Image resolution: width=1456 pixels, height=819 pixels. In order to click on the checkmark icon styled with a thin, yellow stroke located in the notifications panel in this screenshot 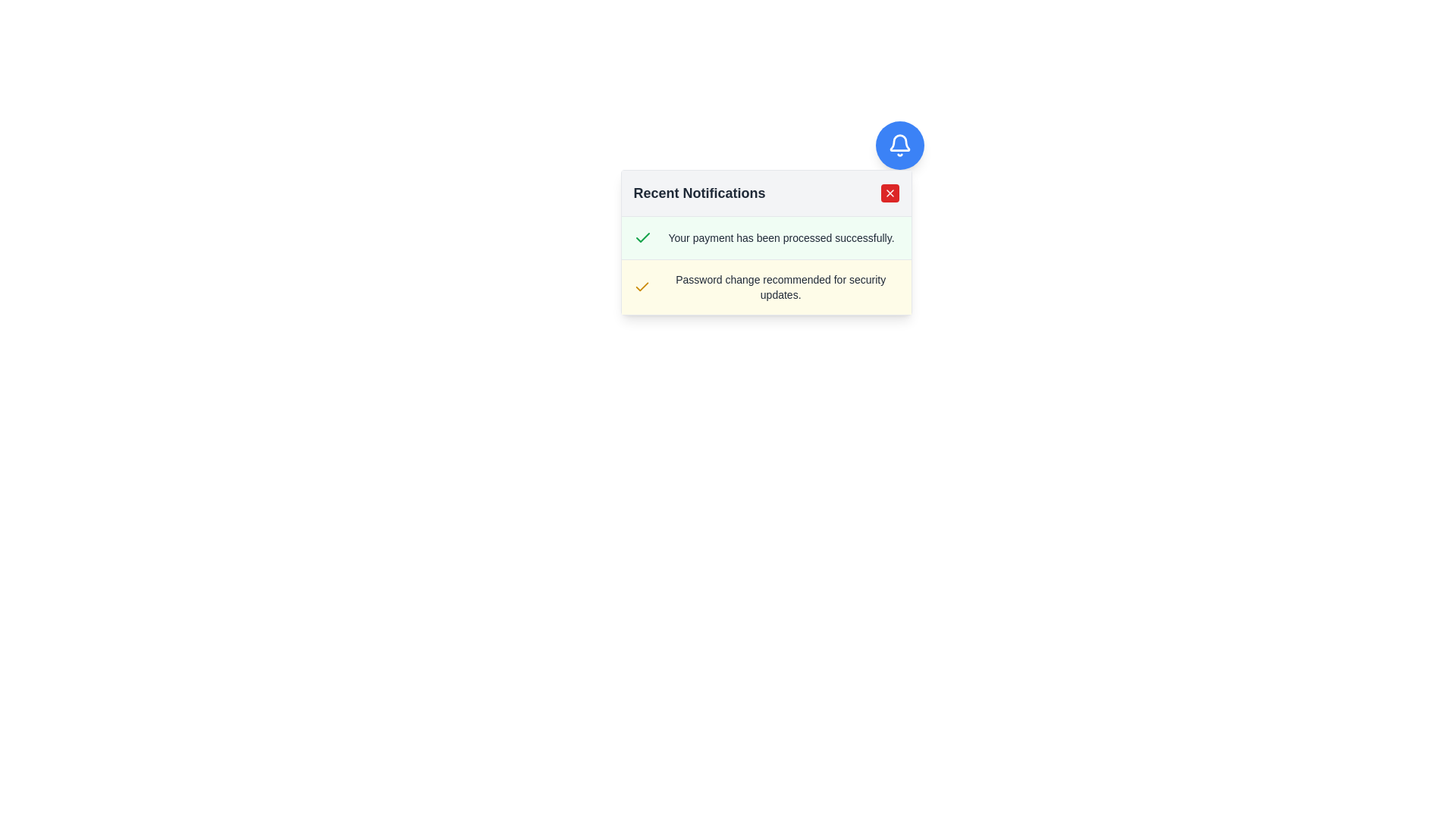, I will do `click(642, 287)`.